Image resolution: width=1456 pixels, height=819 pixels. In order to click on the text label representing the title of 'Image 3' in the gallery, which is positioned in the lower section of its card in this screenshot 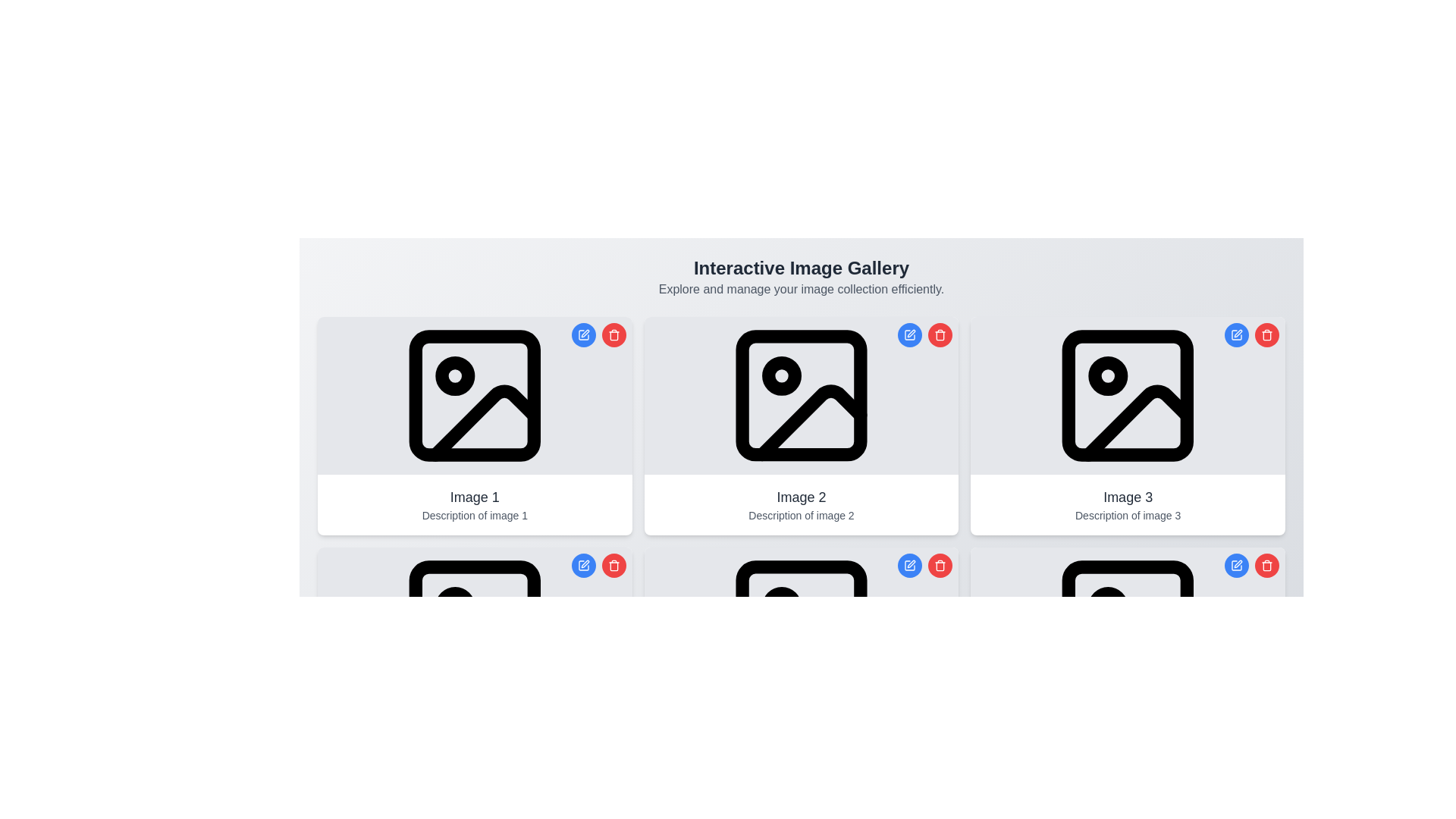, I will do `click(1128, 497)`.